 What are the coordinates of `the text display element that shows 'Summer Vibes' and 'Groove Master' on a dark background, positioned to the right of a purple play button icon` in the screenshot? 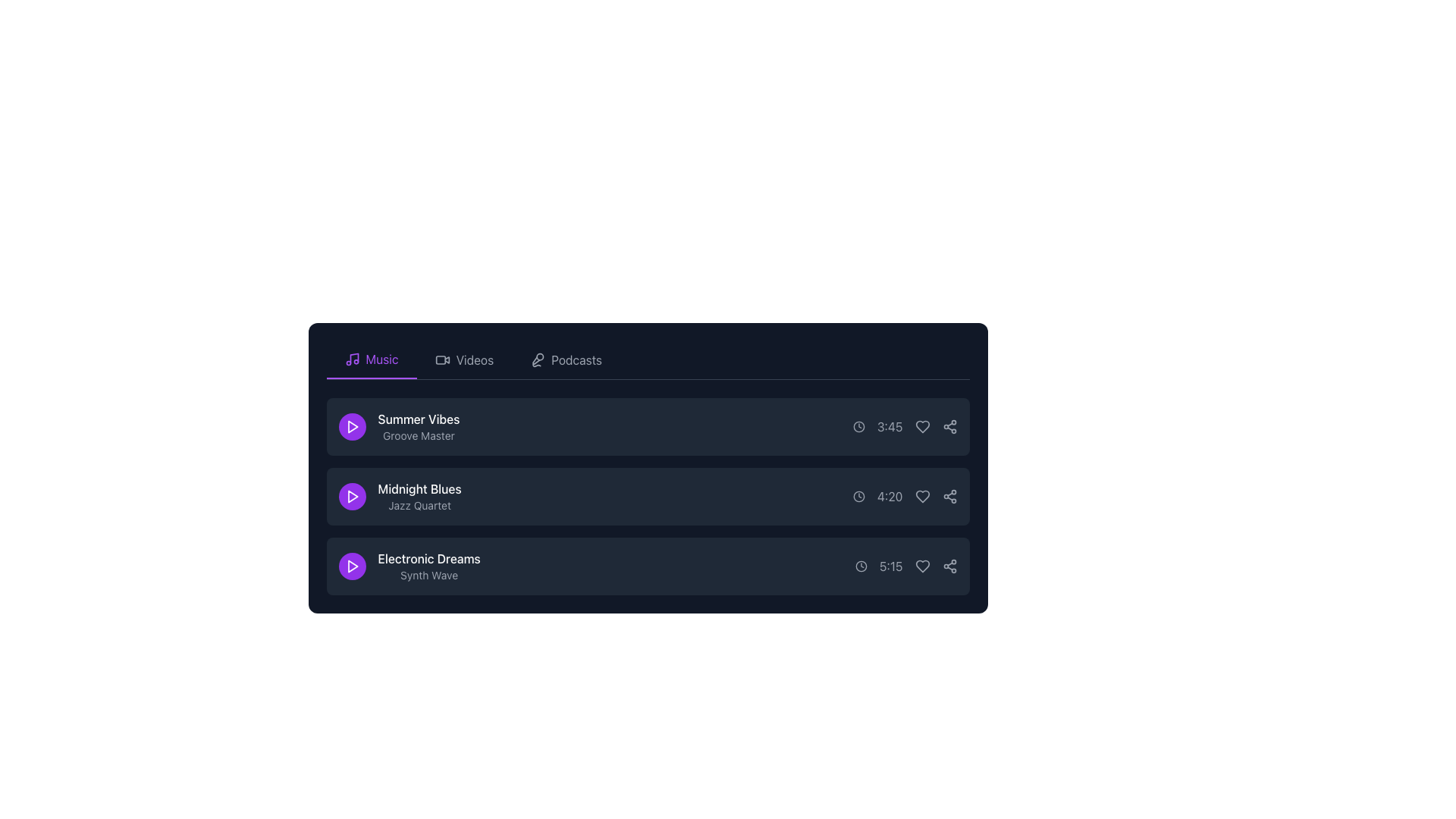 It's located at (419, 427).